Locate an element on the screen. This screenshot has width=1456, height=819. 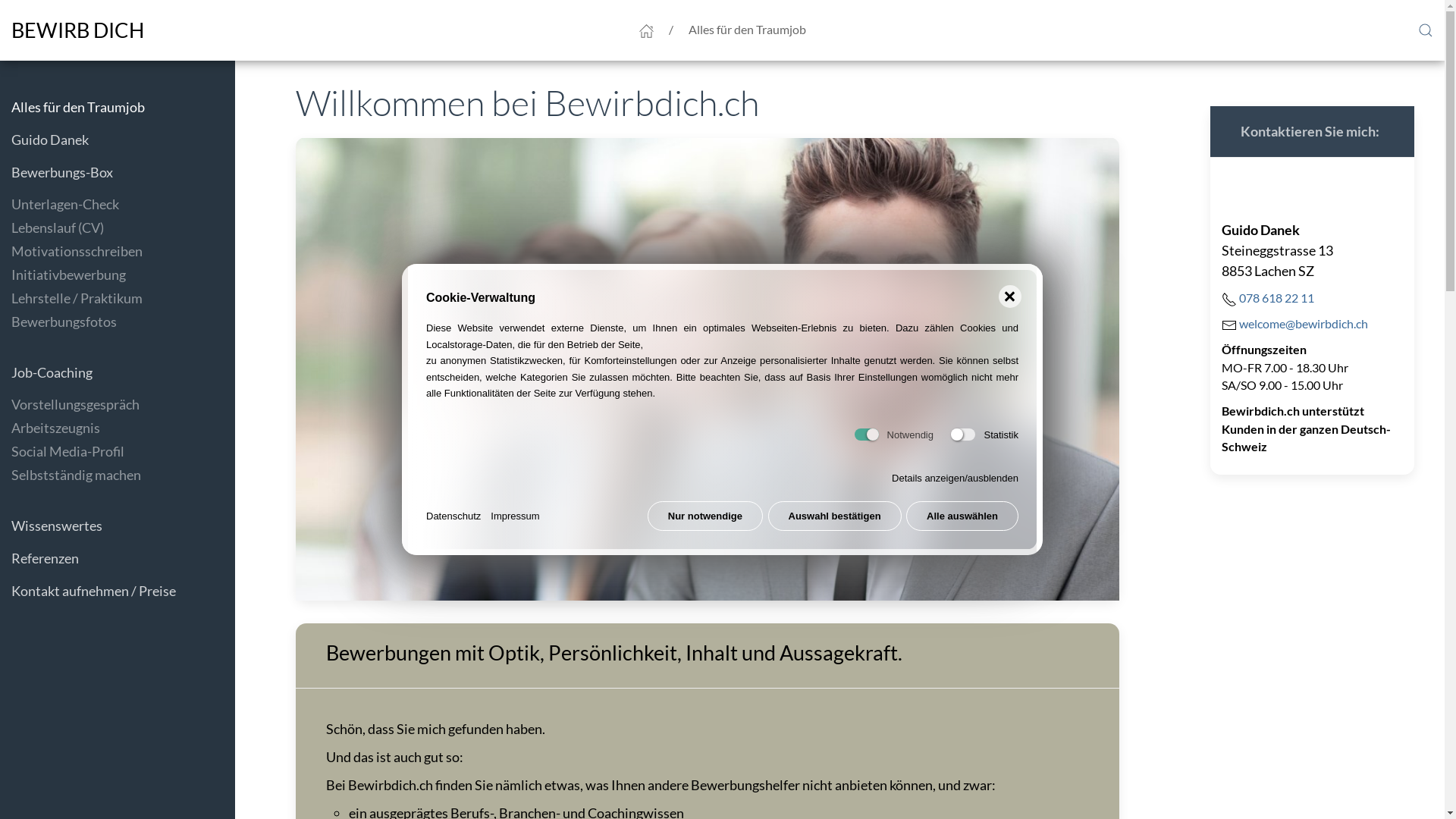
'Details anzeigen/ausblenden' is located at coordinates (954, 478).